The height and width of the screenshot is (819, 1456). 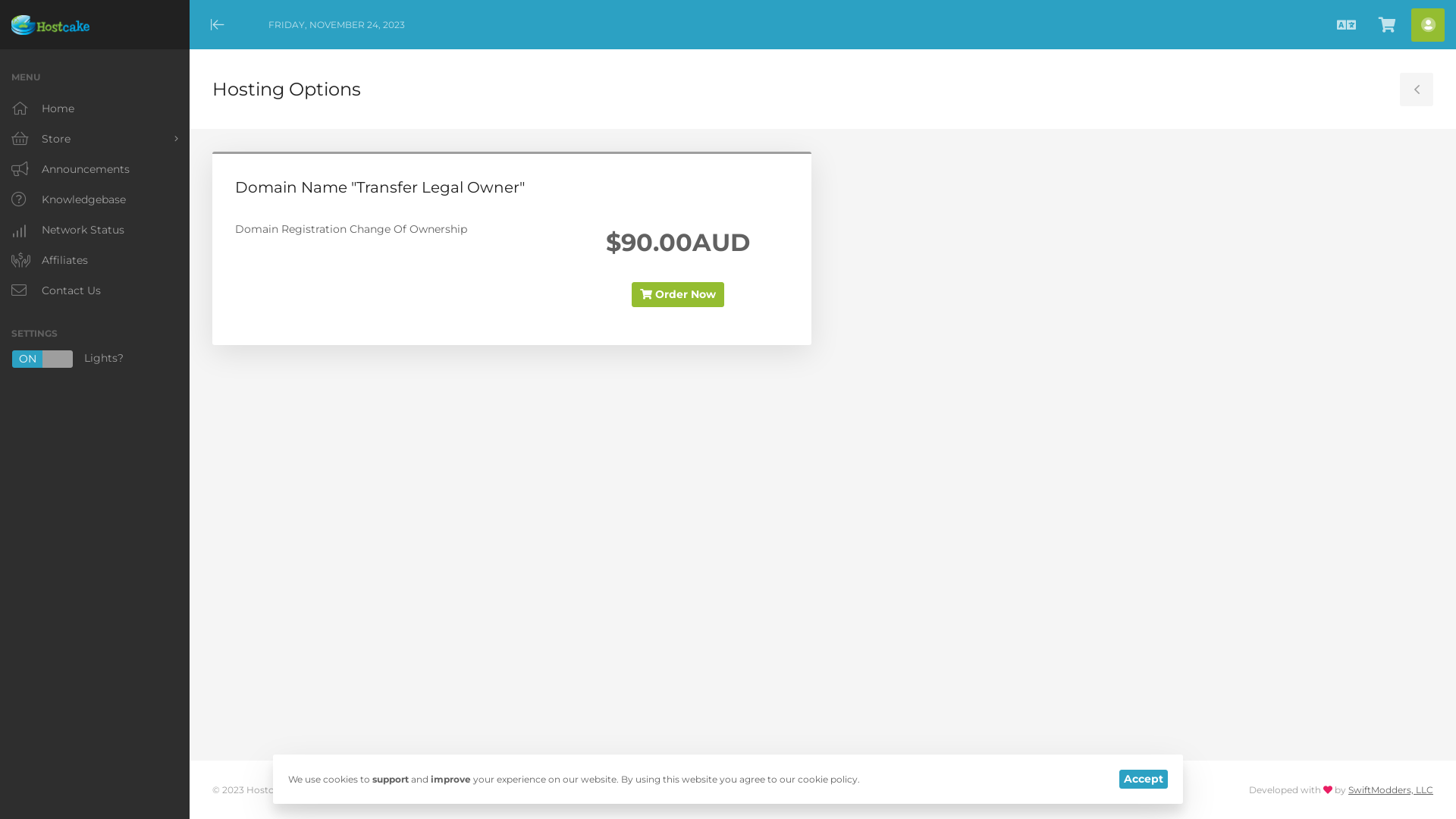 I want to click on 'English', so click(x=1346, y=24).